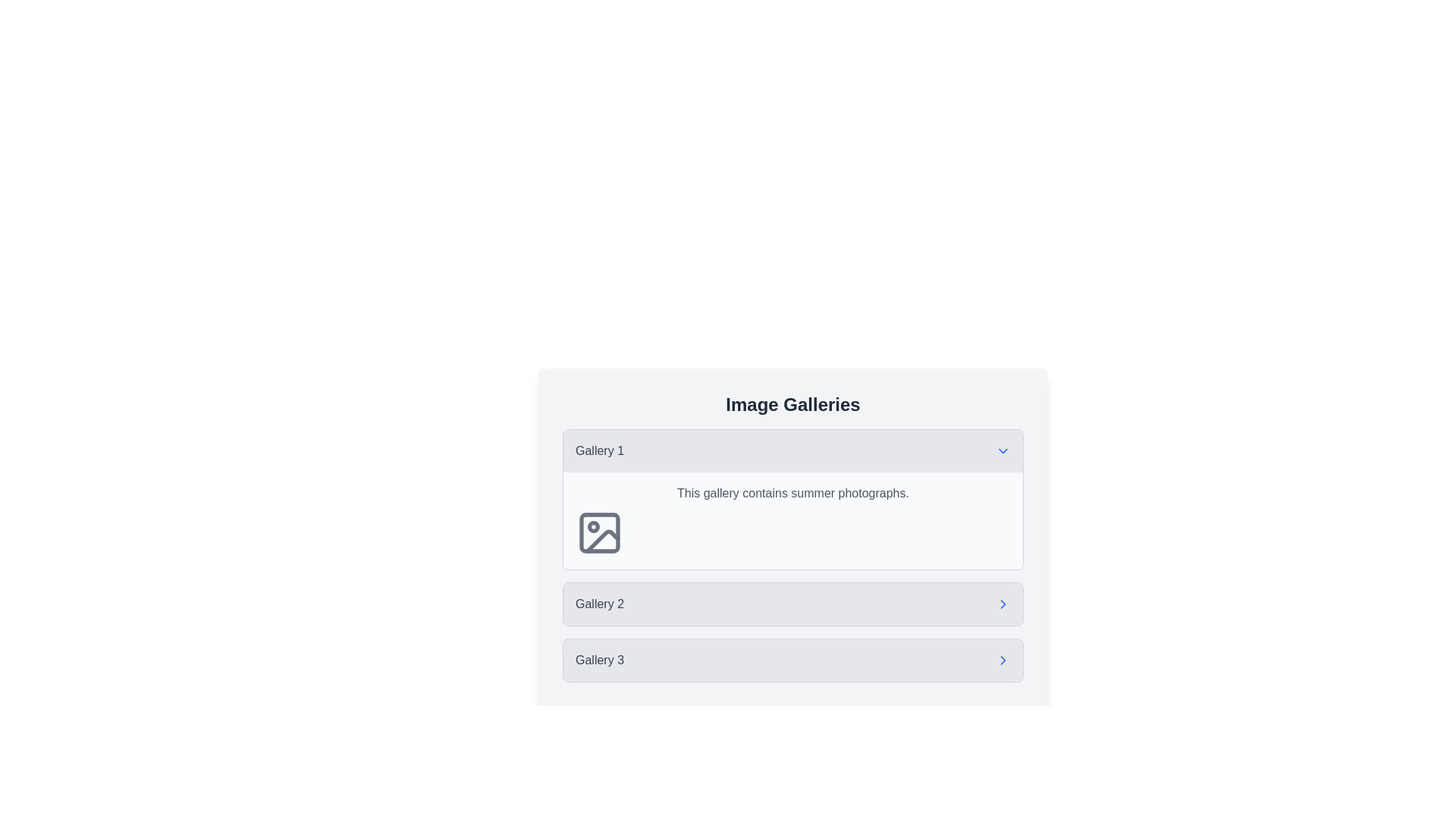 This screenshot has height=819, width=1456. What do you see at coordinates (1003, 604) in the screenshot?
I see `the rightward-pointing chevron icon with a thin blue outline located at the far right end of the 'Gallery 2' row` at bounding box center [1003, 604].